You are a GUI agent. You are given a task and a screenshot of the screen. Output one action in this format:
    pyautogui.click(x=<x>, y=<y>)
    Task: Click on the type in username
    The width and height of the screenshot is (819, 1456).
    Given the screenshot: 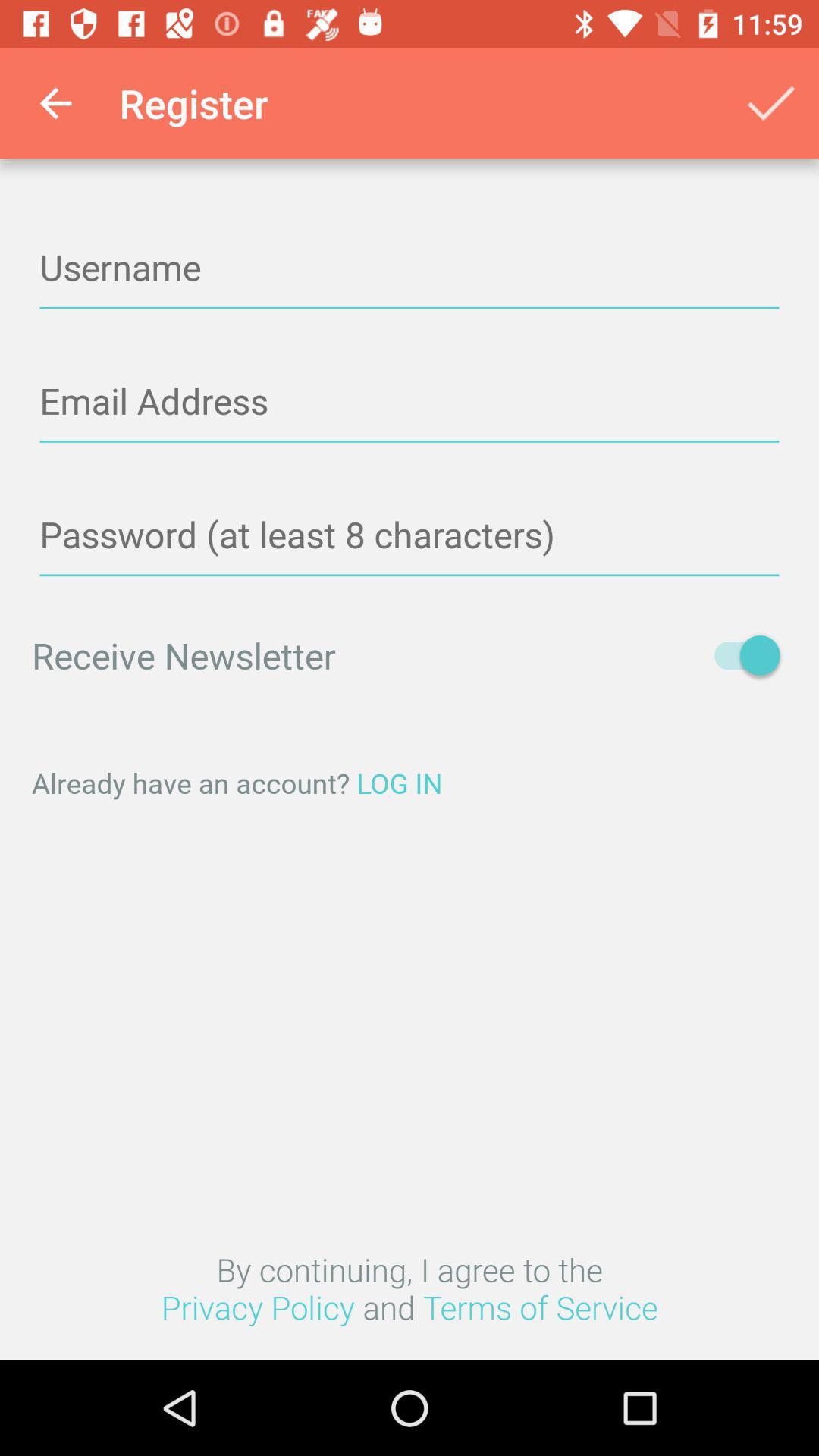 What is the action you would take?
    pyautogui.click(x=409, y=268)
    